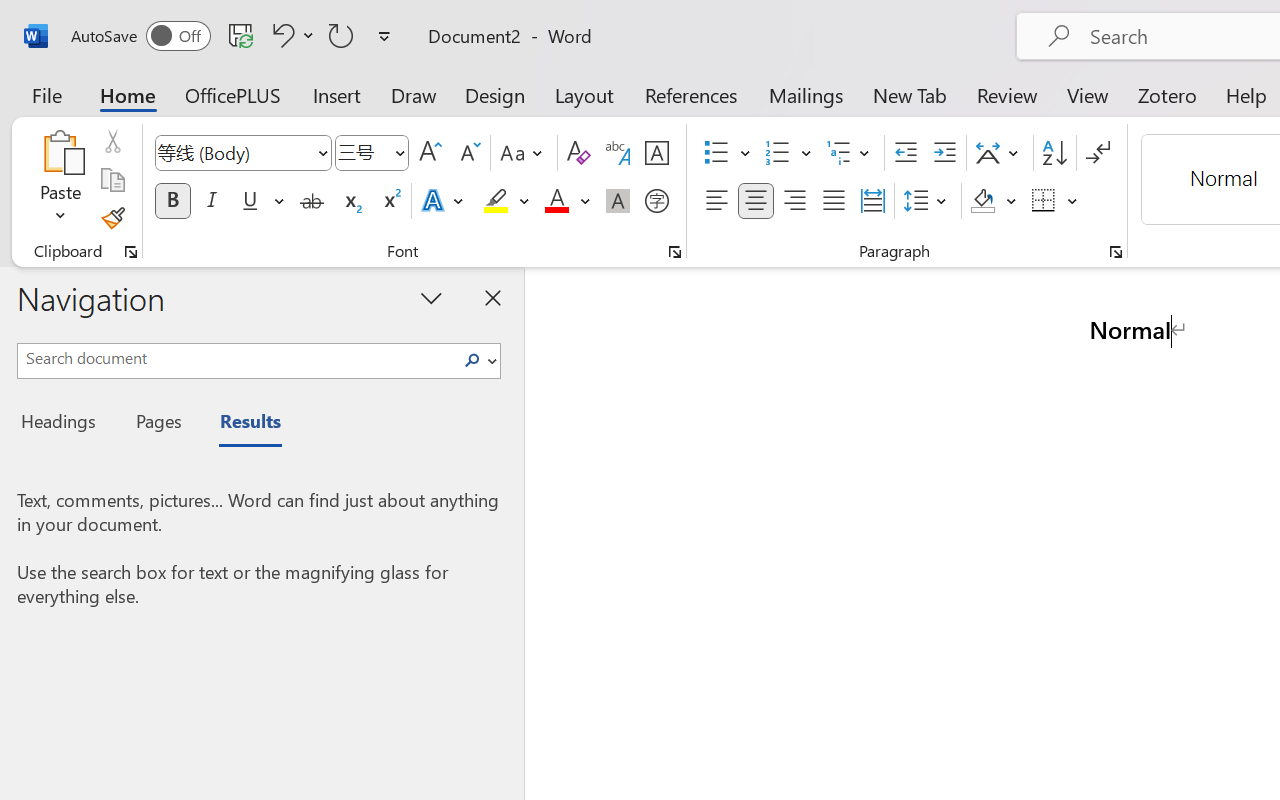 The width and height of the screenshot is (1280, 800). I want to click on 'Line and Paragraph Spacing', so click(927, 201).